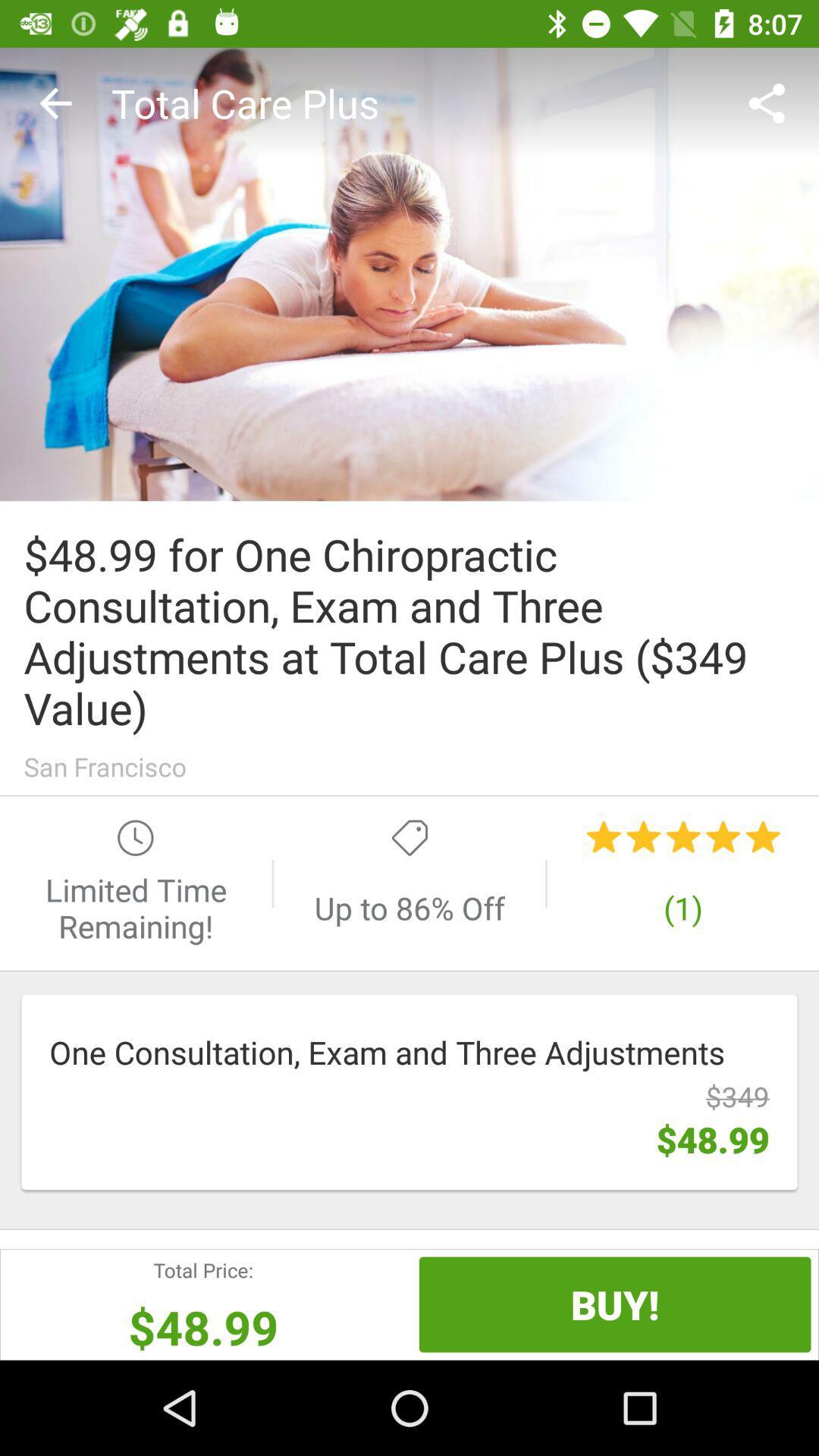 The image size is (819, 1456). What do you see at coordinates (409, 767) in the screenshot?
I see `item below 48 99 for` at bounding box center [409, 767].